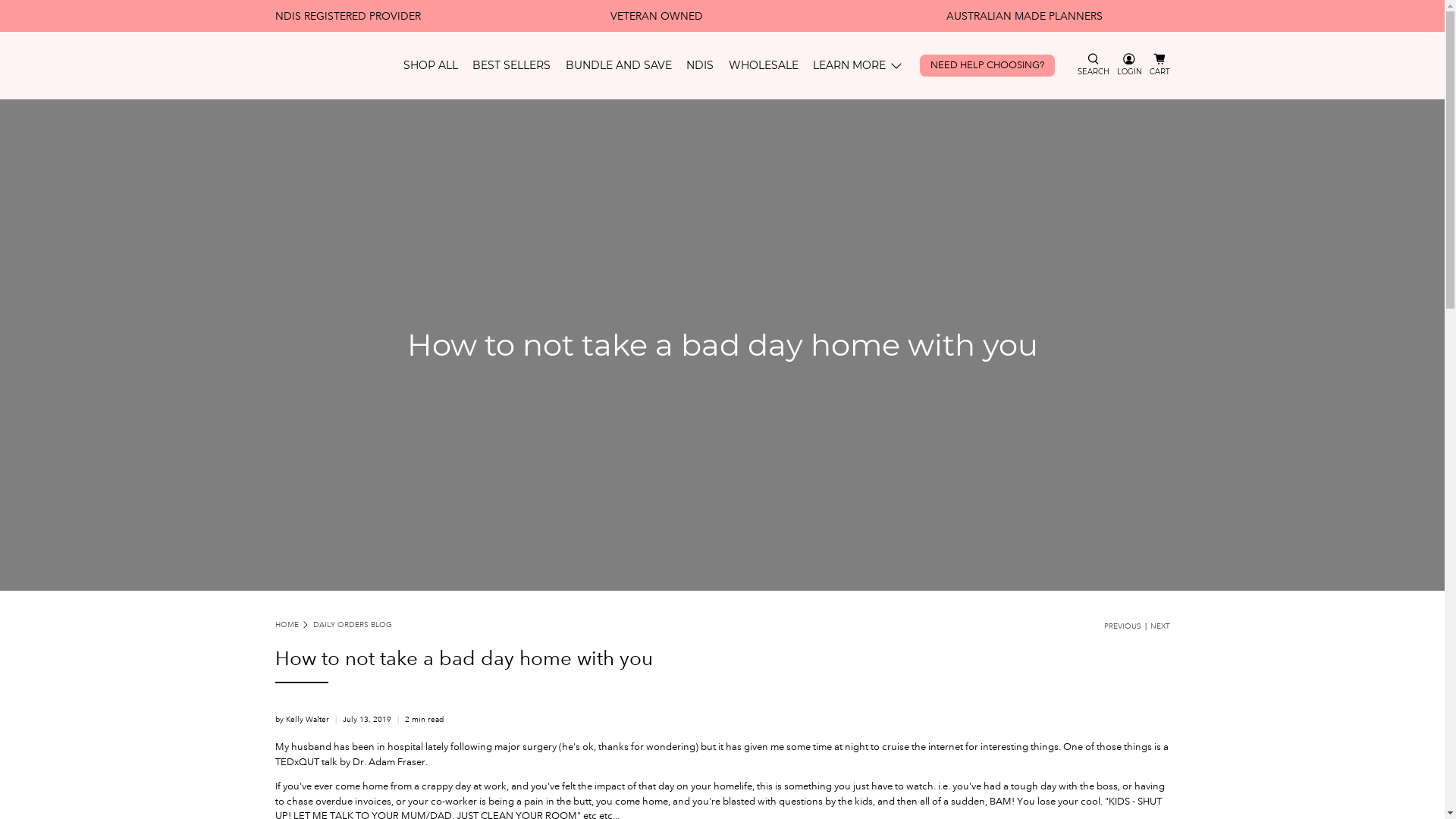  I want to click on 'SEARCH', so click(1093, 64).